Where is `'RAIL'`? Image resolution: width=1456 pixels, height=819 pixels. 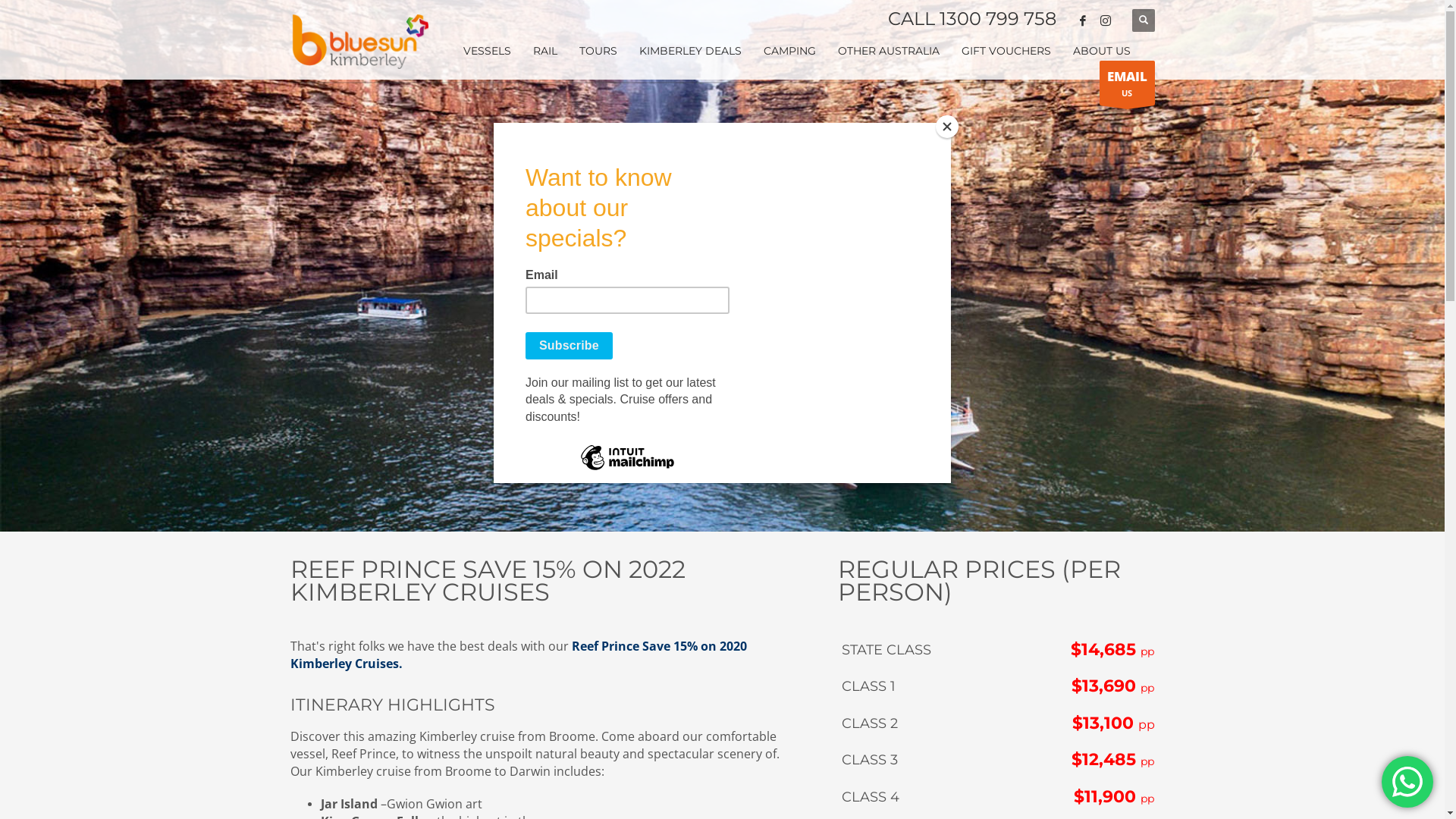
'RAIL' is located at coordinates (544, 49).